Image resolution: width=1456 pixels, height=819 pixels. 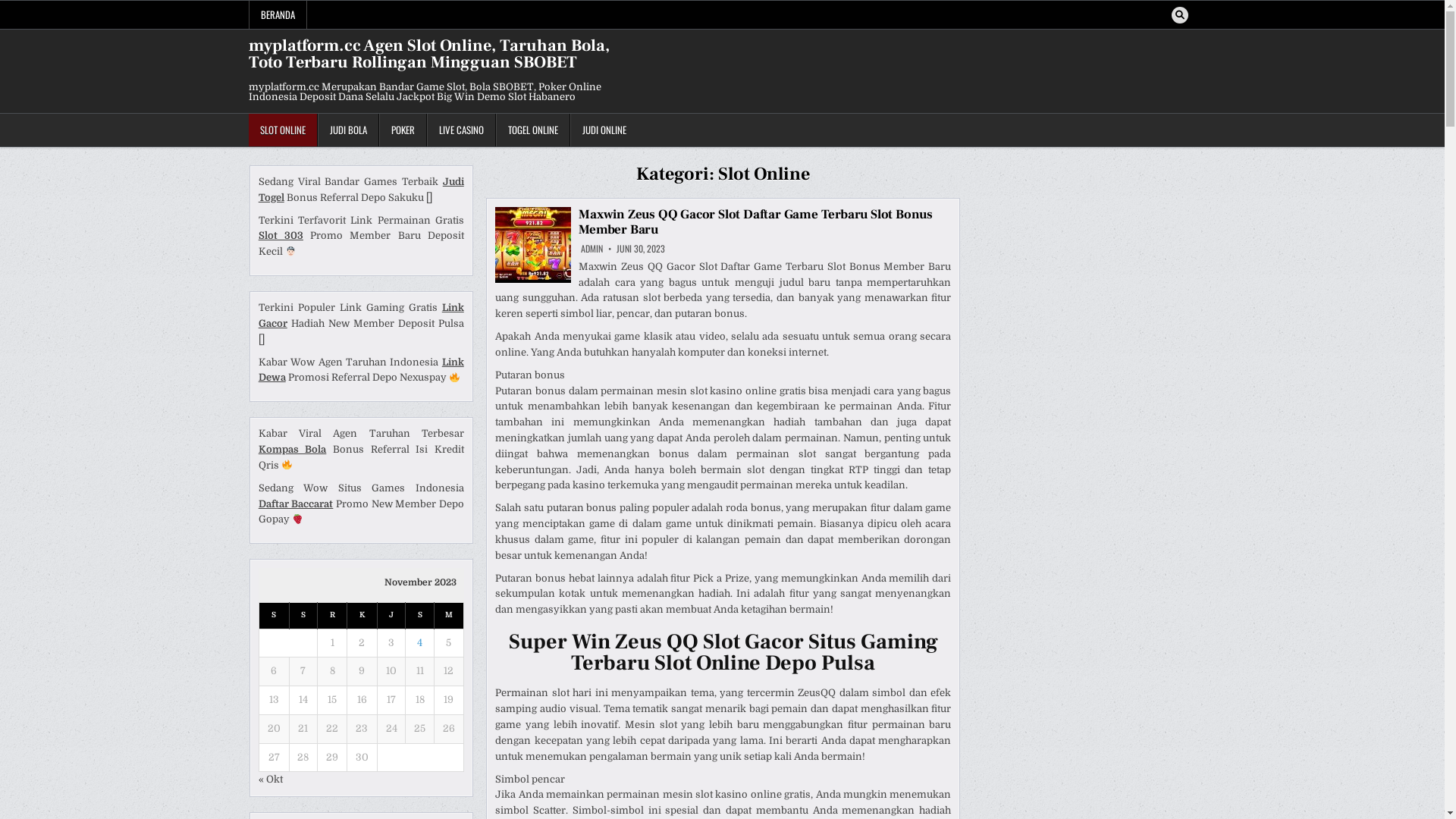 What do you see at coordinates (403, 129) in the screenshot?
I see `'POKER'` at bounding box center [403, 129].